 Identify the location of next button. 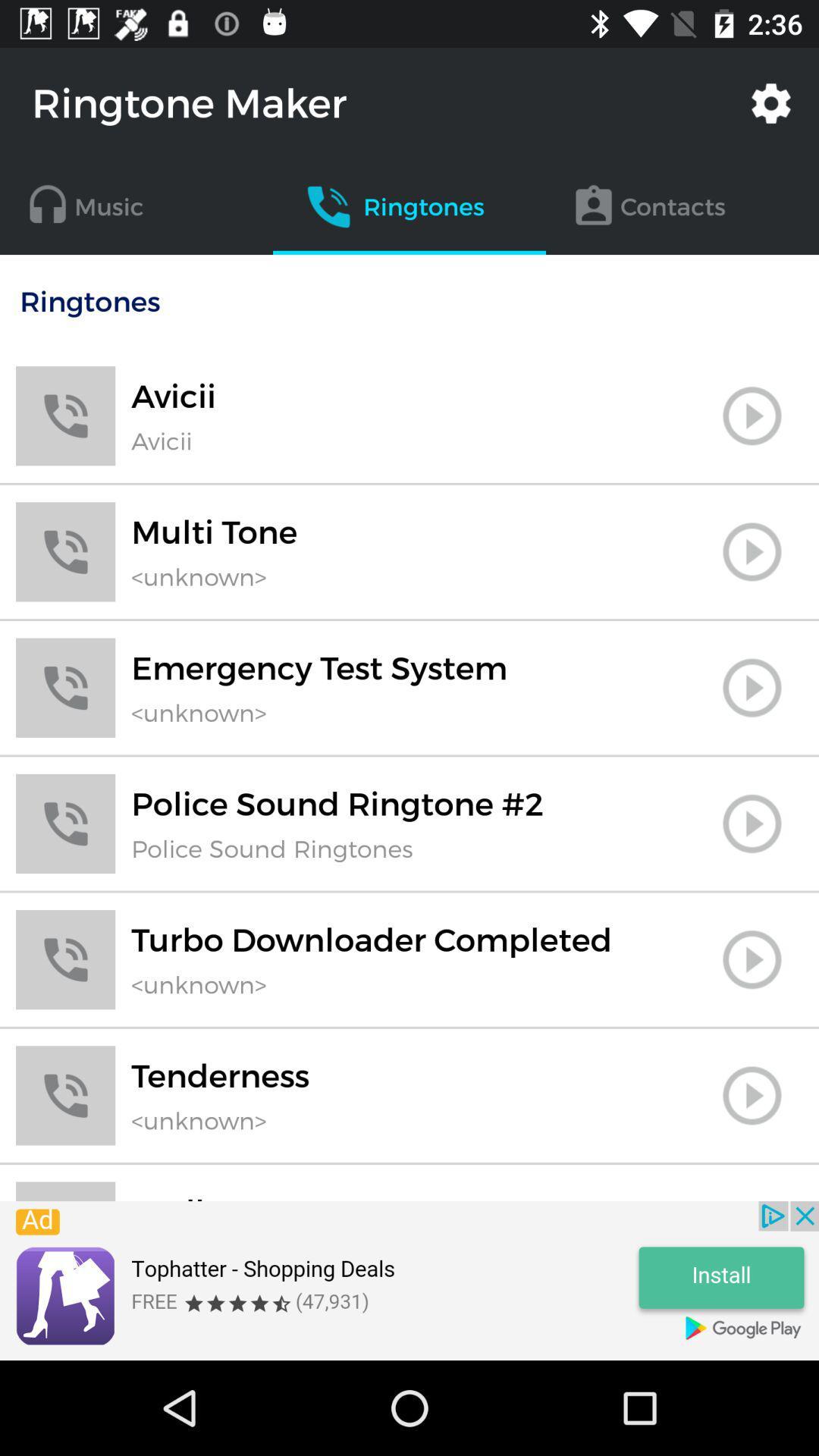
(752, 823).